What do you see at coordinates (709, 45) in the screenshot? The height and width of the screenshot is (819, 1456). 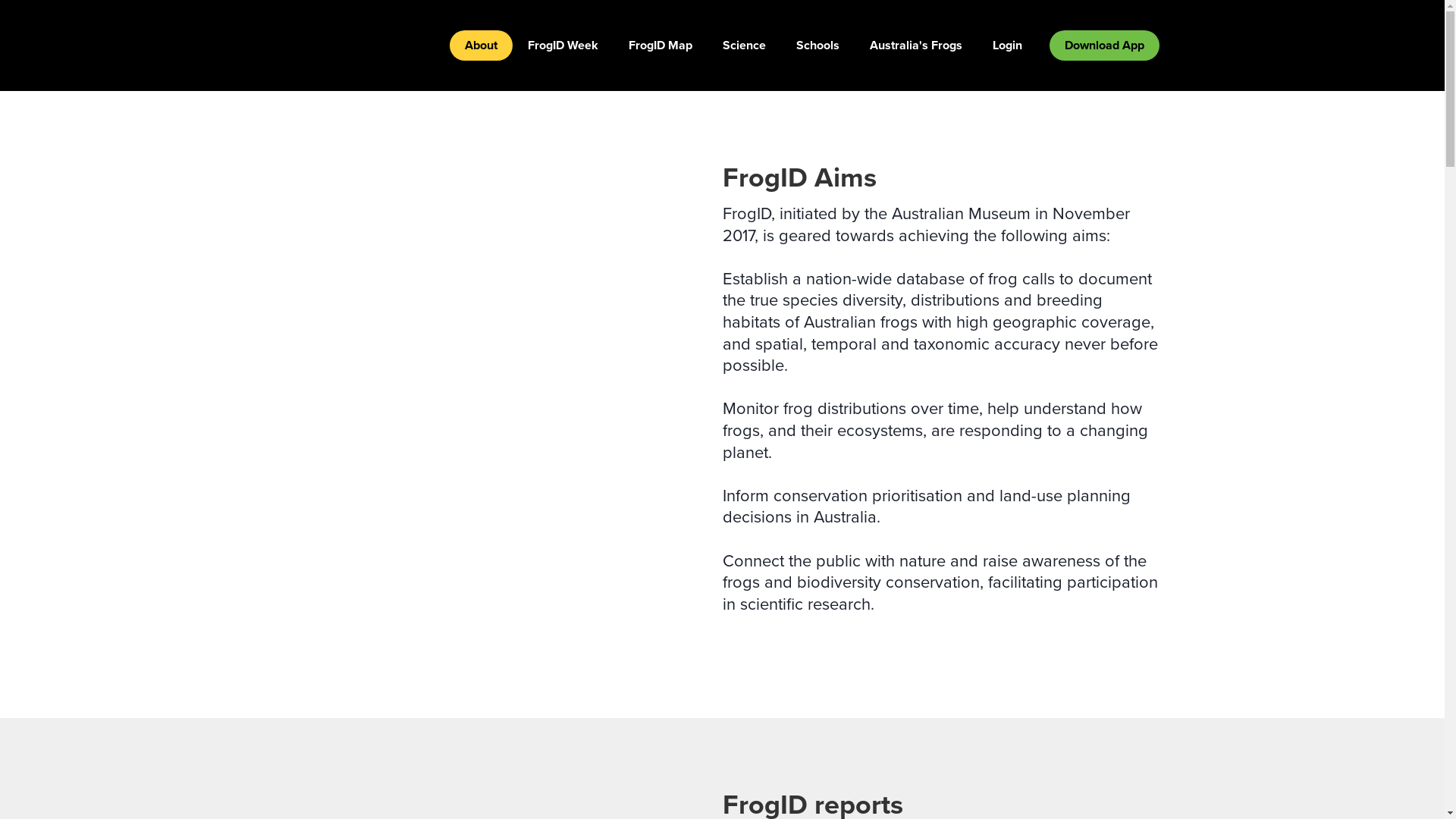 I see `'Science'` at bounding box center [709, 45].